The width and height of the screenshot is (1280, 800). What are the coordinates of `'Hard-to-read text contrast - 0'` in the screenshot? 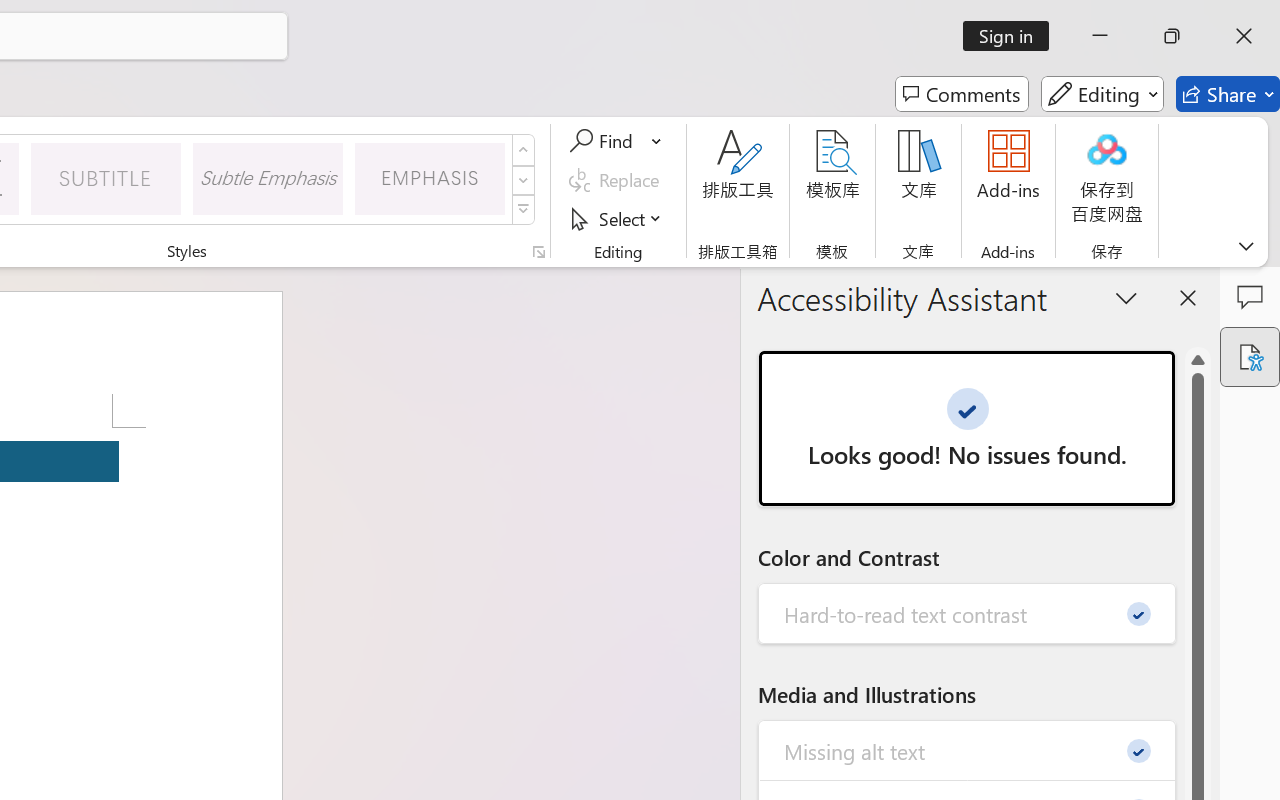 It's located at (967, 614).